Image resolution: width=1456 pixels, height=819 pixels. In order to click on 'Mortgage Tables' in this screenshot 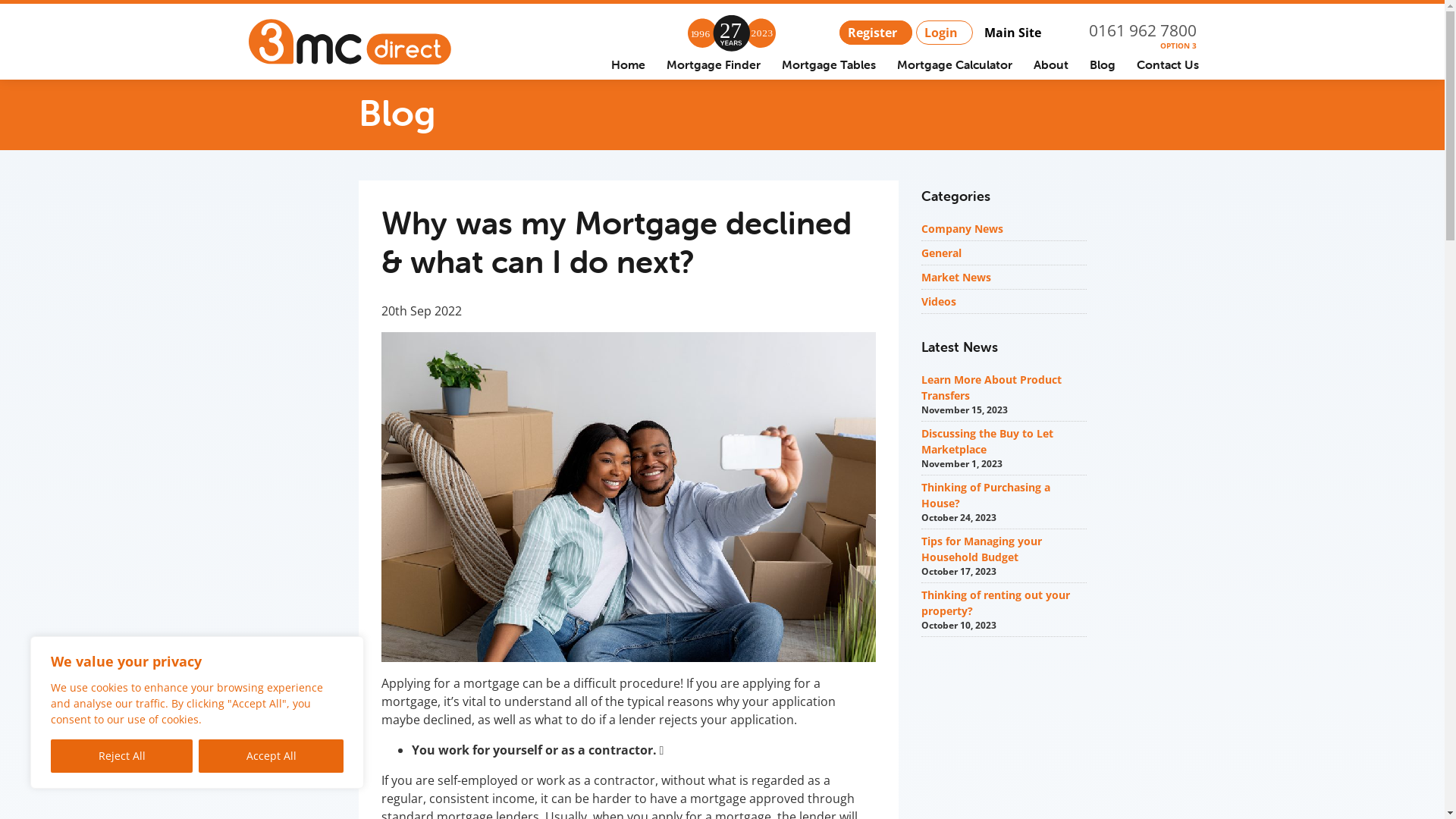, I will do `click(827, 63)`.